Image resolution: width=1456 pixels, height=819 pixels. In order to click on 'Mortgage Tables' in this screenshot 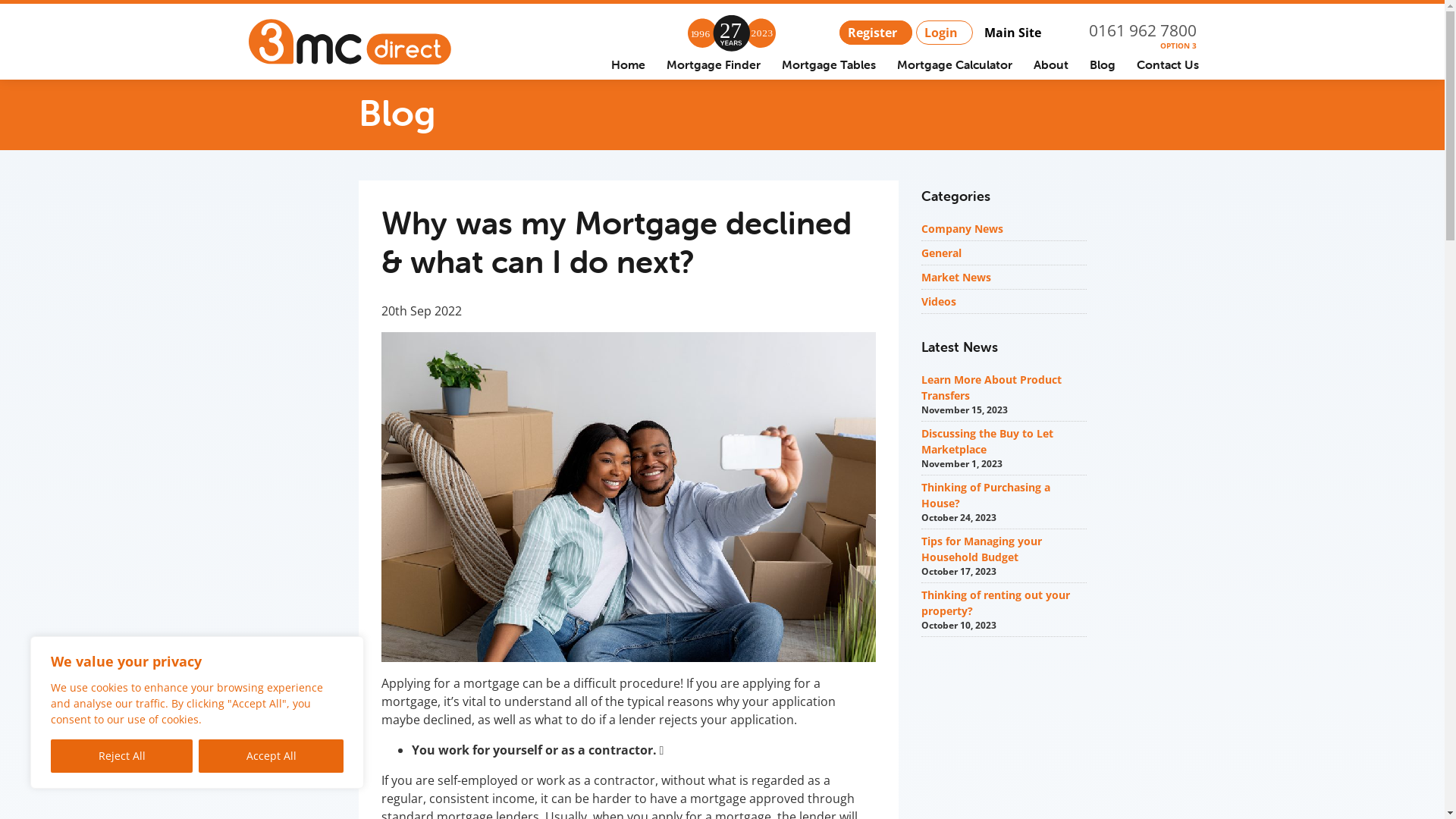, I will do `click(827, 63)`.